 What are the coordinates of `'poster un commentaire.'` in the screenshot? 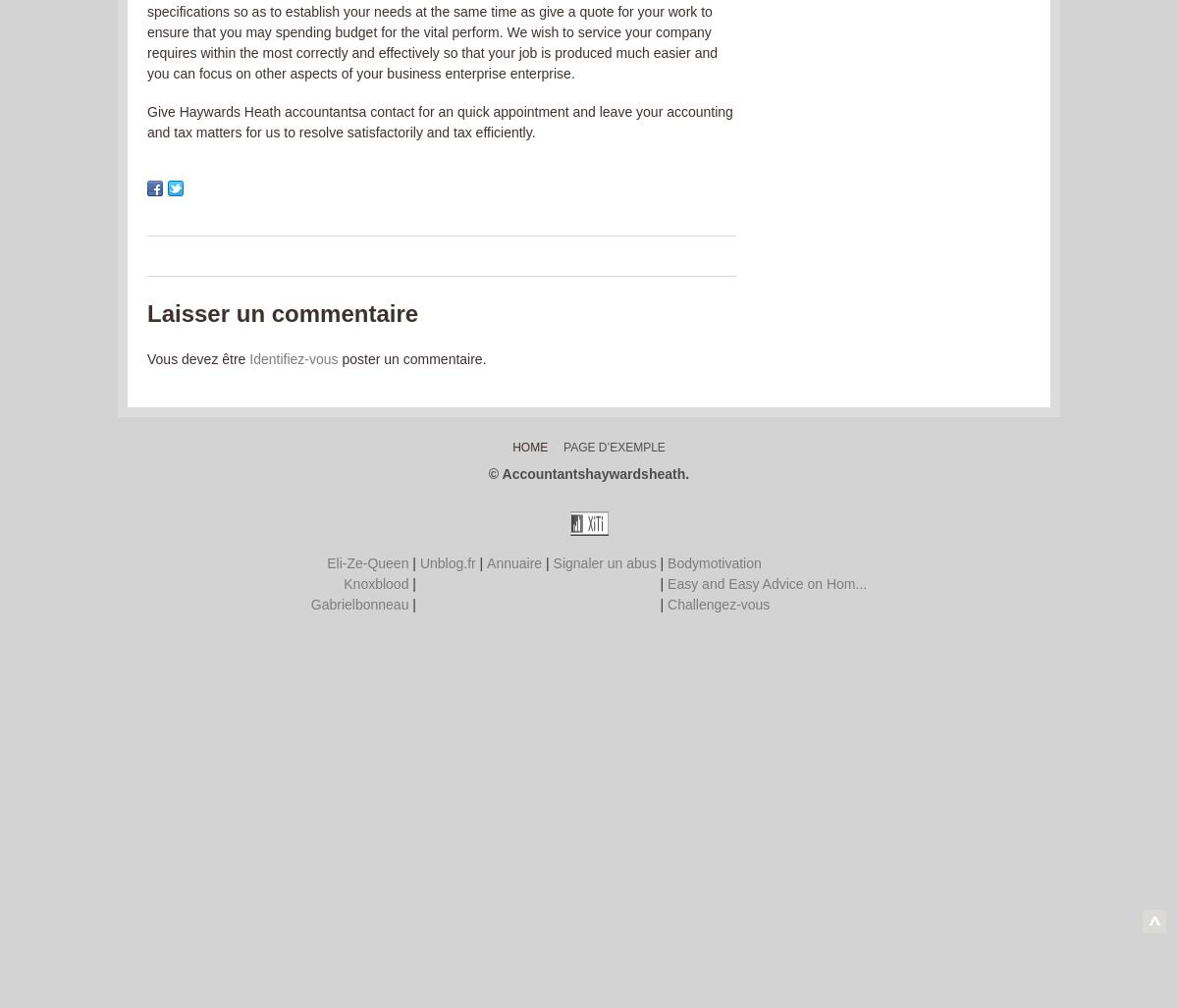 It's located at (411, 359).